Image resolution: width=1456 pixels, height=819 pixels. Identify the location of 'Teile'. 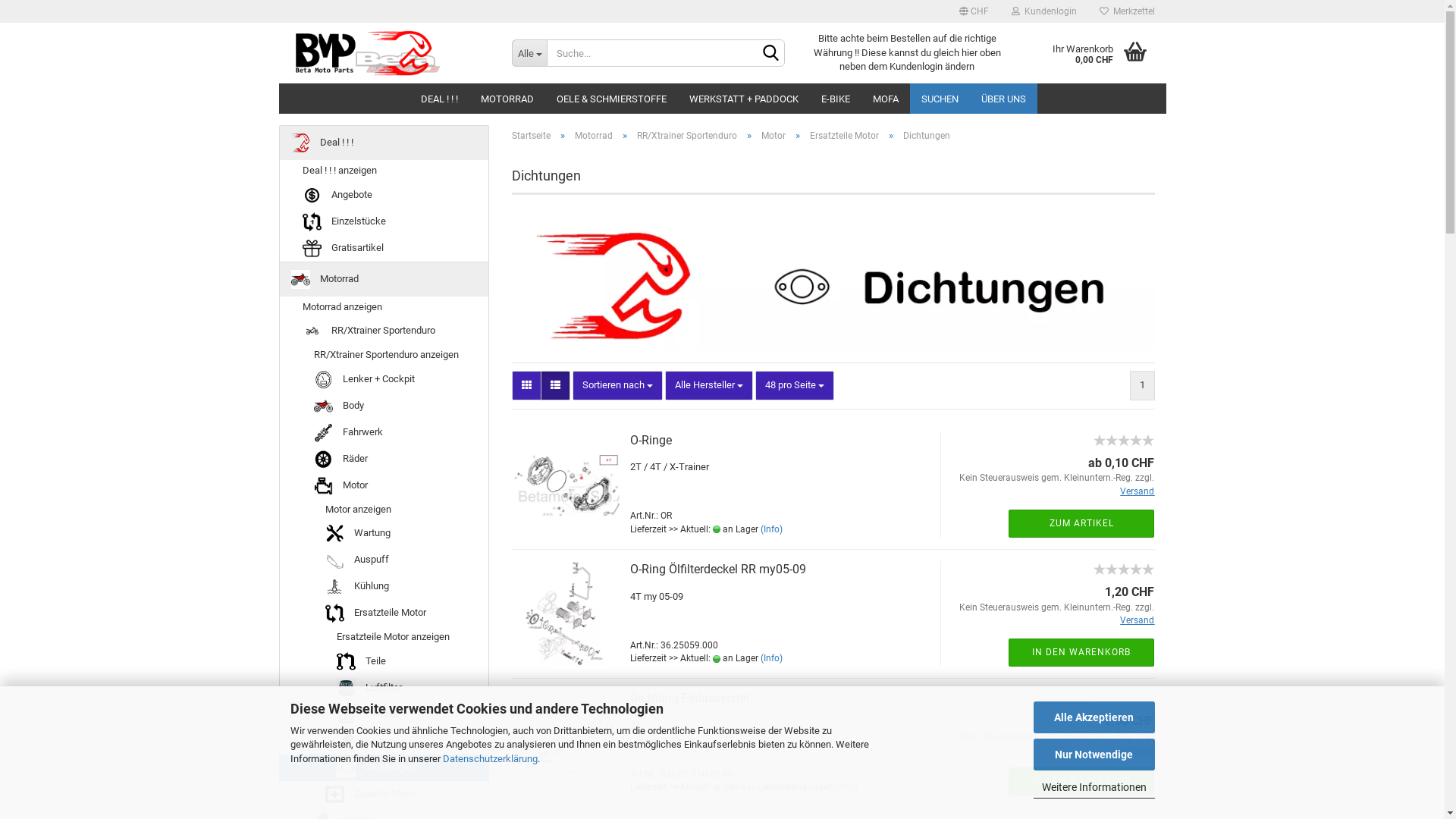
(383, 661).